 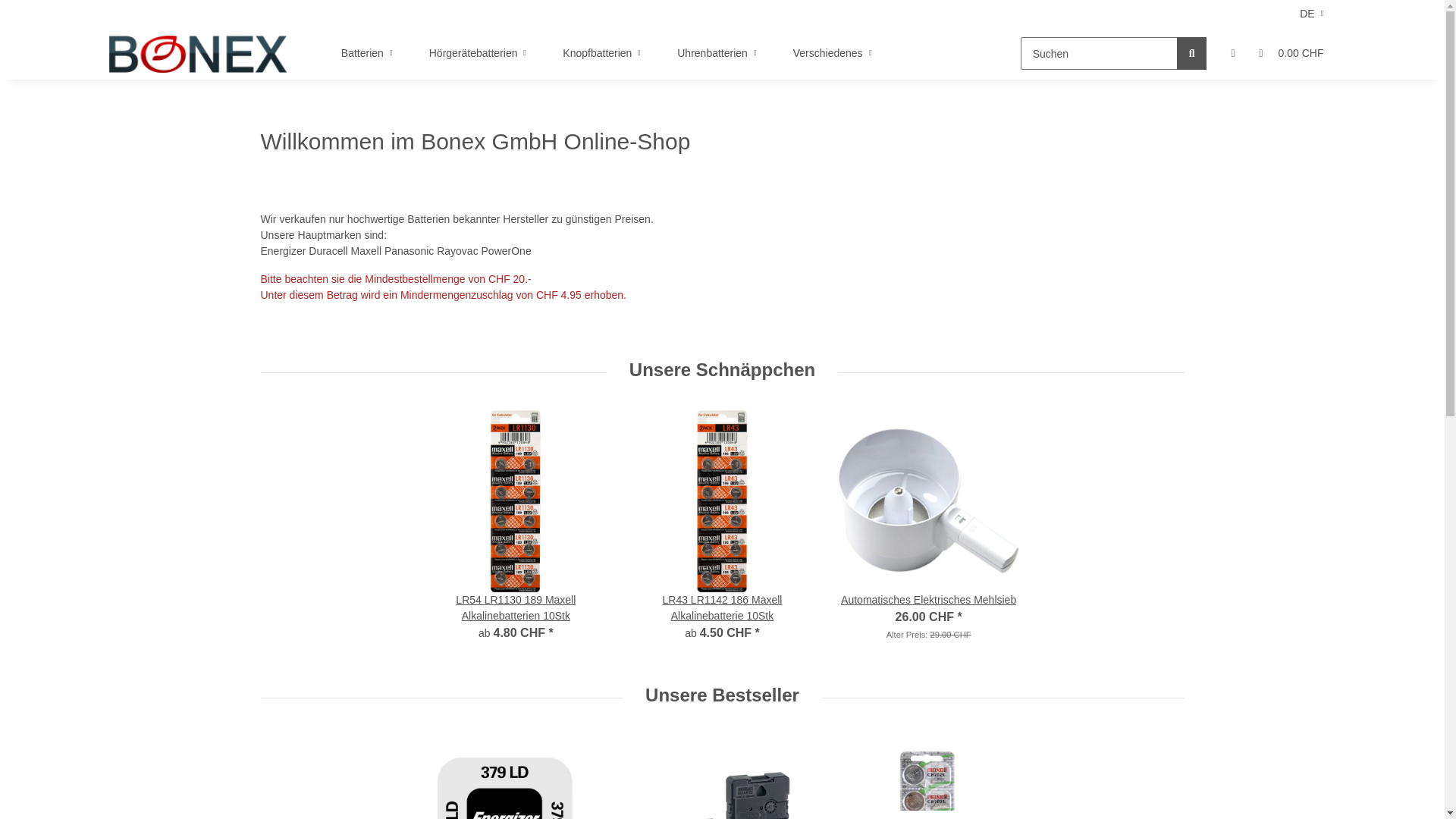 What do you see at coordinates (601, 52) in the screenshot?
I see `'Knopfbatterien'` at bounding box center [601, 52].